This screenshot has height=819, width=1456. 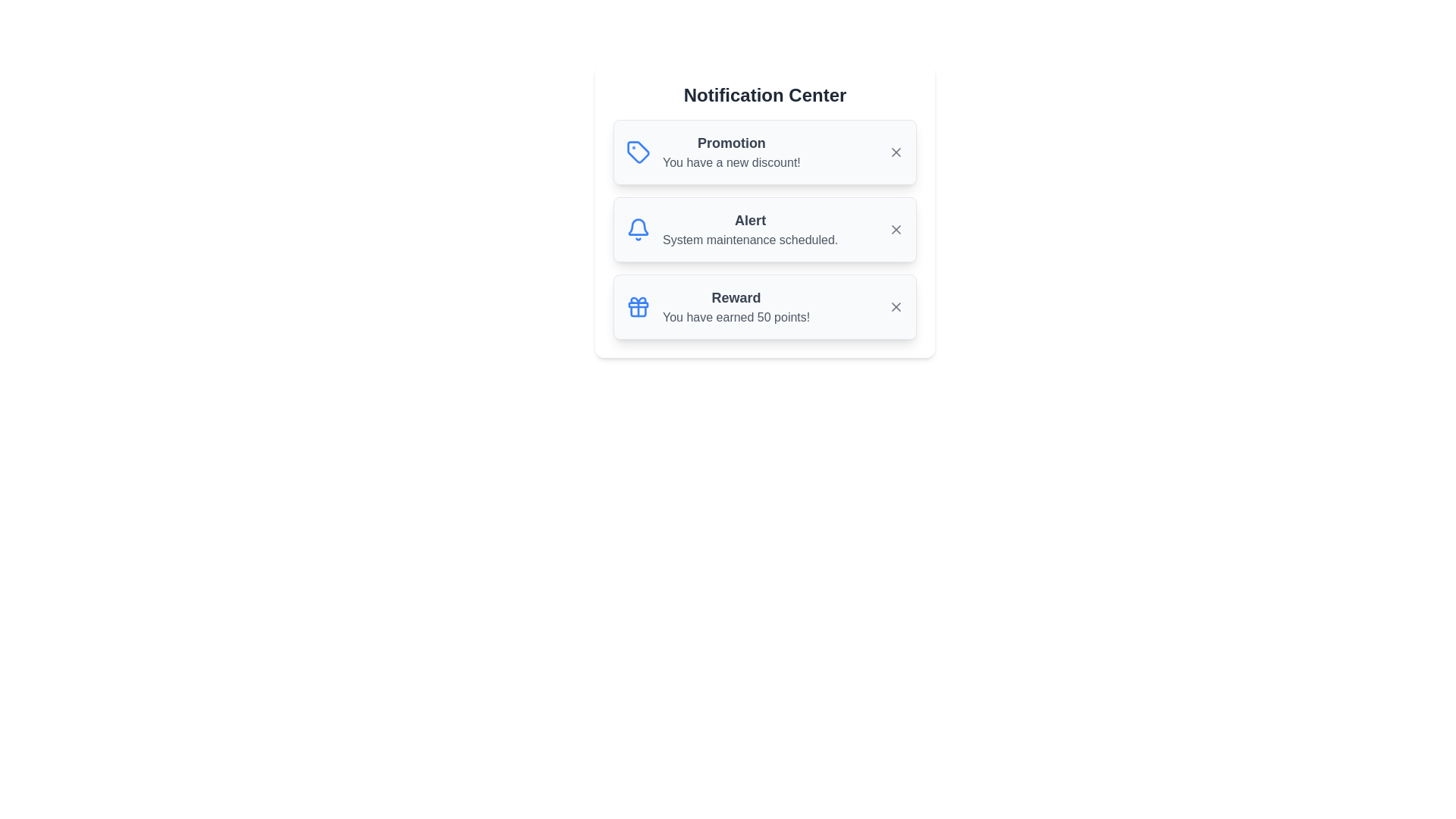 I want to click on the text label that reads 'You have earned 50 points!' styled in medium gray color, located below the heading 'Reward' in the notification card, so click(x=736, y=317).